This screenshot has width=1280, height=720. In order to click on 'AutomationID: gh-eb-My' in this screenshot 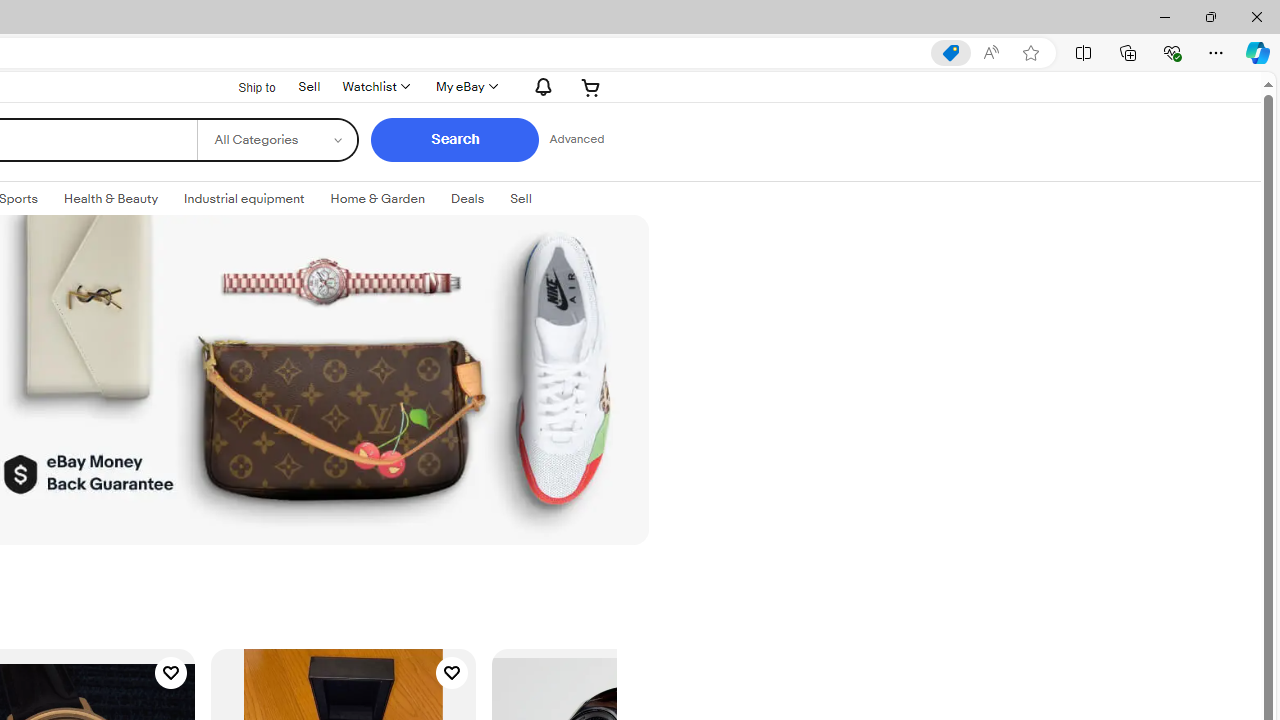, I will do `click(464, 86)`.